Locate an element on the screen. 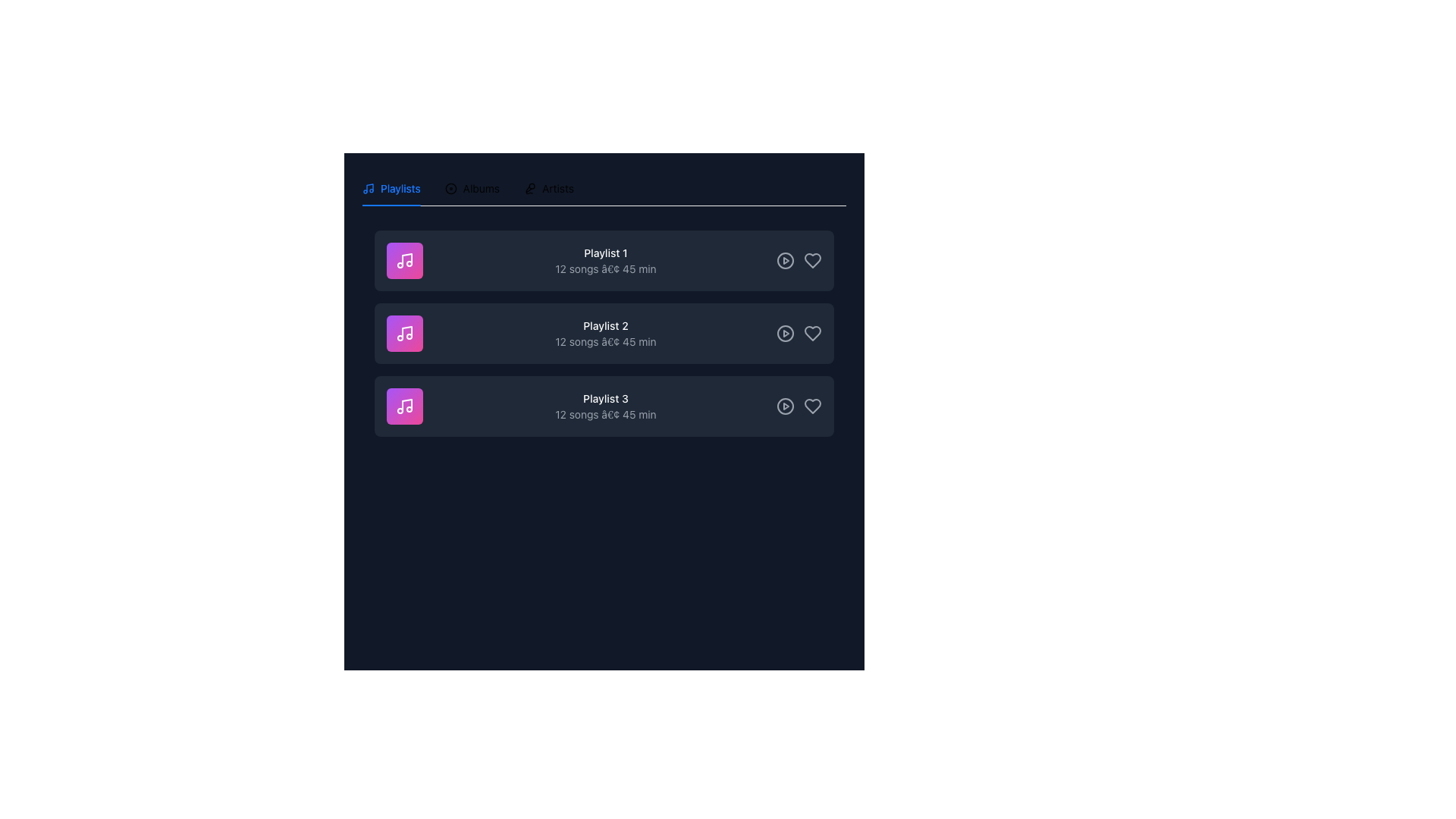 Image resolution: width=1456 pixels, height=819 pixels. to activate the Albums tab, which is the second tab in the navigation bar located between the 'Playlists' and 'Artists' tabs is located at coordinates (471, 188).